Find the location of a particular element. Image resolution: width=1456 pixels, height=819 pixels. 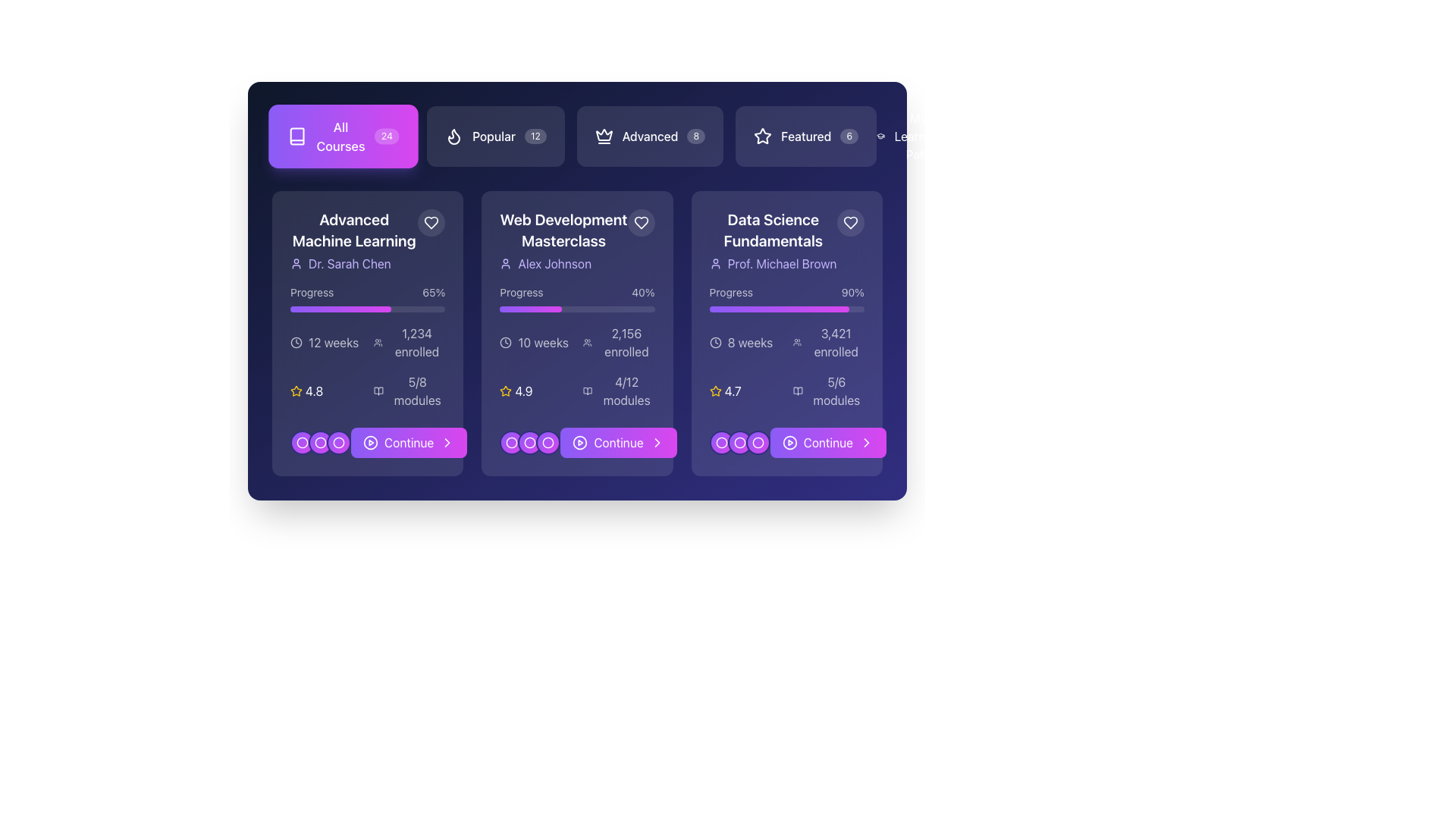

the details in the Information panel located within the 'Data Science Fundamentals' card, positioned above the 'Continue' button and below the progress bar is located at coordinates (786, 366).